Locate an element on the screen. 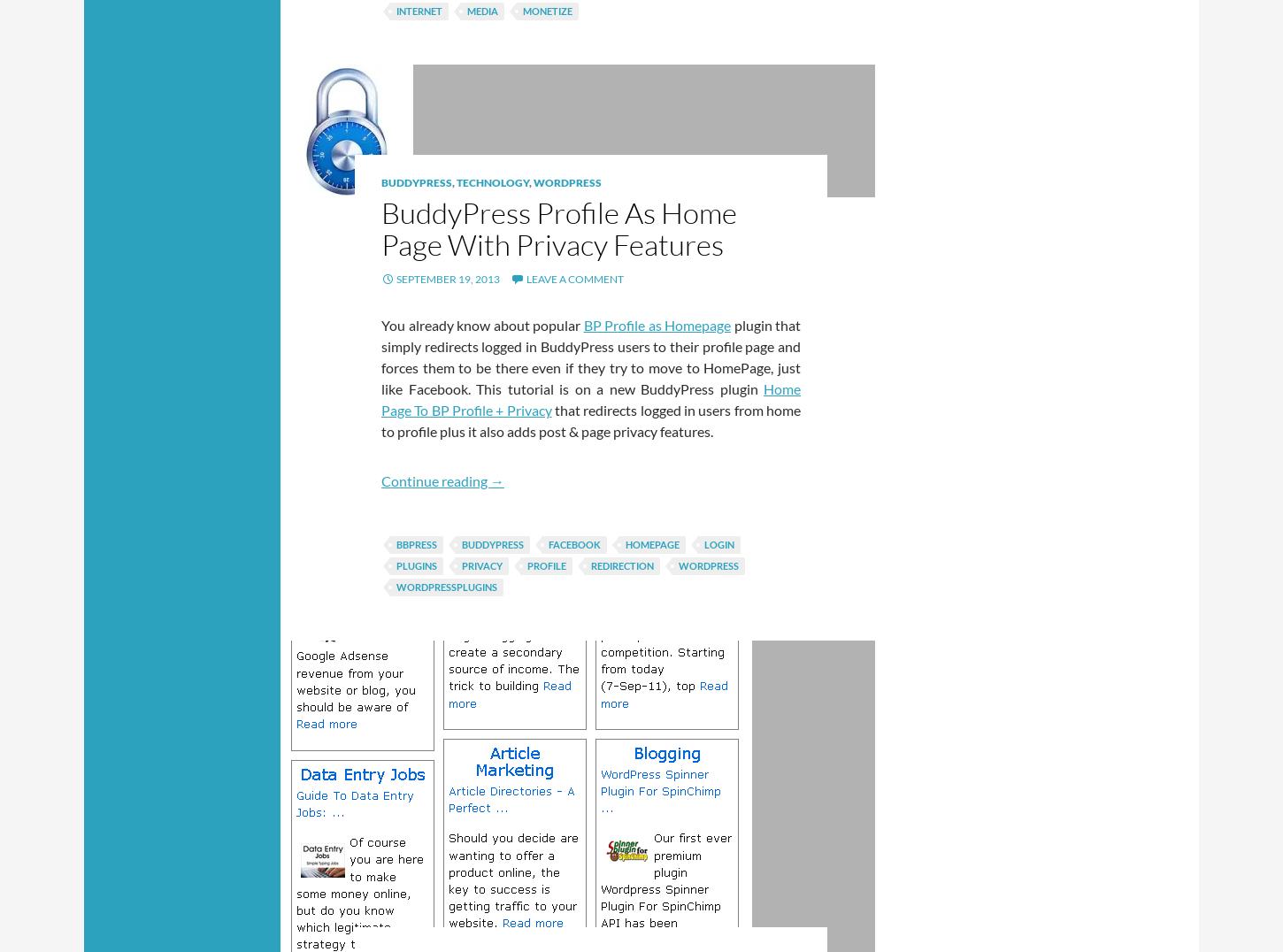 The height and width of the screenshot is (952, 1283). 'Home Page To BP Profile + Privacy' is located at coordinates (380, 398).